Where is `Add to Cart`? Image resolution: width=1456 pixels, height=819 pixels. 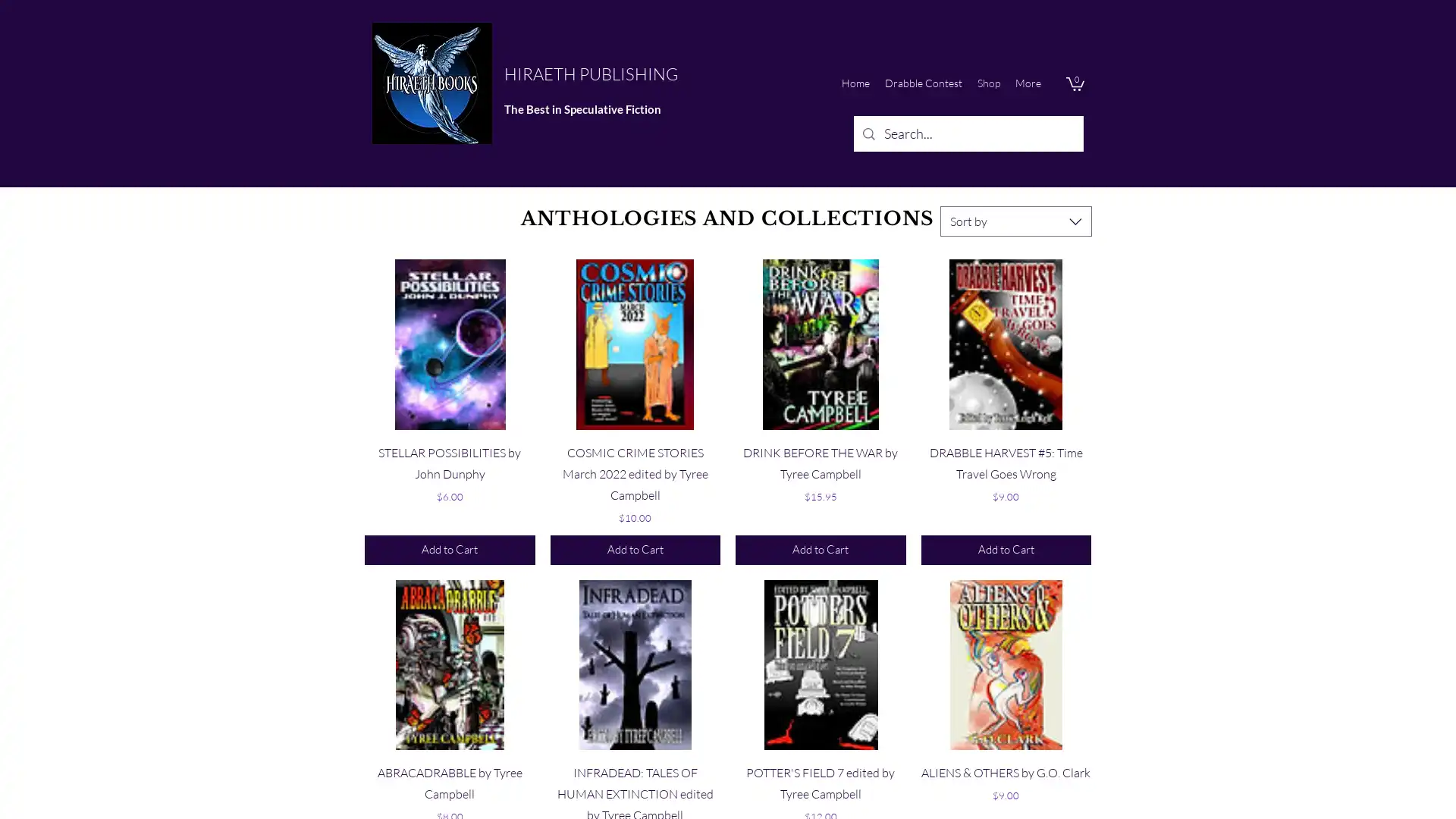
Add to Cart is located at coordinates (819, 550).